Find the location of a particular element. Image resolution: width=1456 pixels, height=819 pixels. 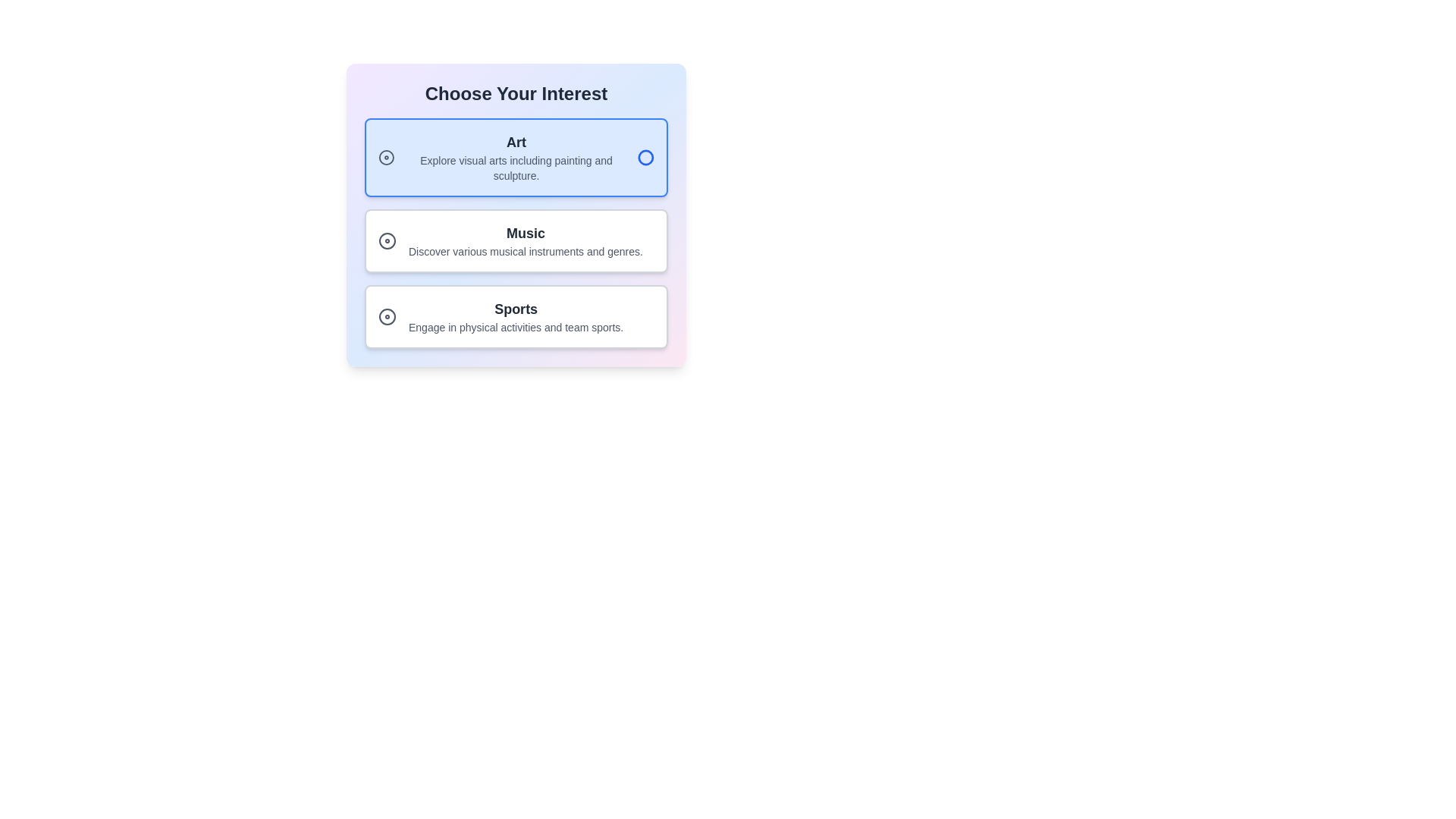

the 'Sports' text label, which is styled in bold, large dark gray font and positioned as a header above a descriptive sentence in a card section is located at coordinates (516, 309).